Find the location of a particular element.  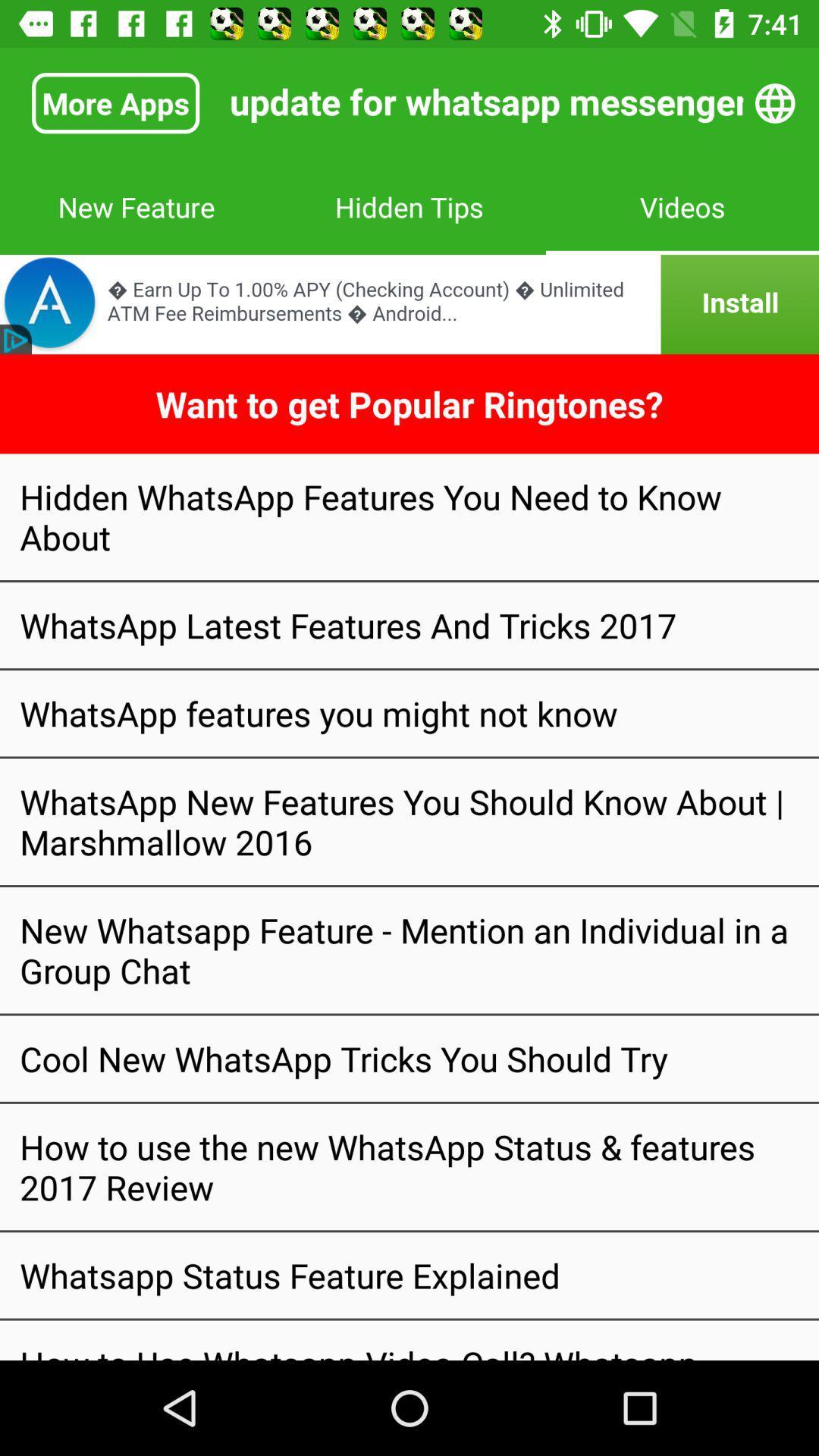

websearch is located at coordinates (775, 102).